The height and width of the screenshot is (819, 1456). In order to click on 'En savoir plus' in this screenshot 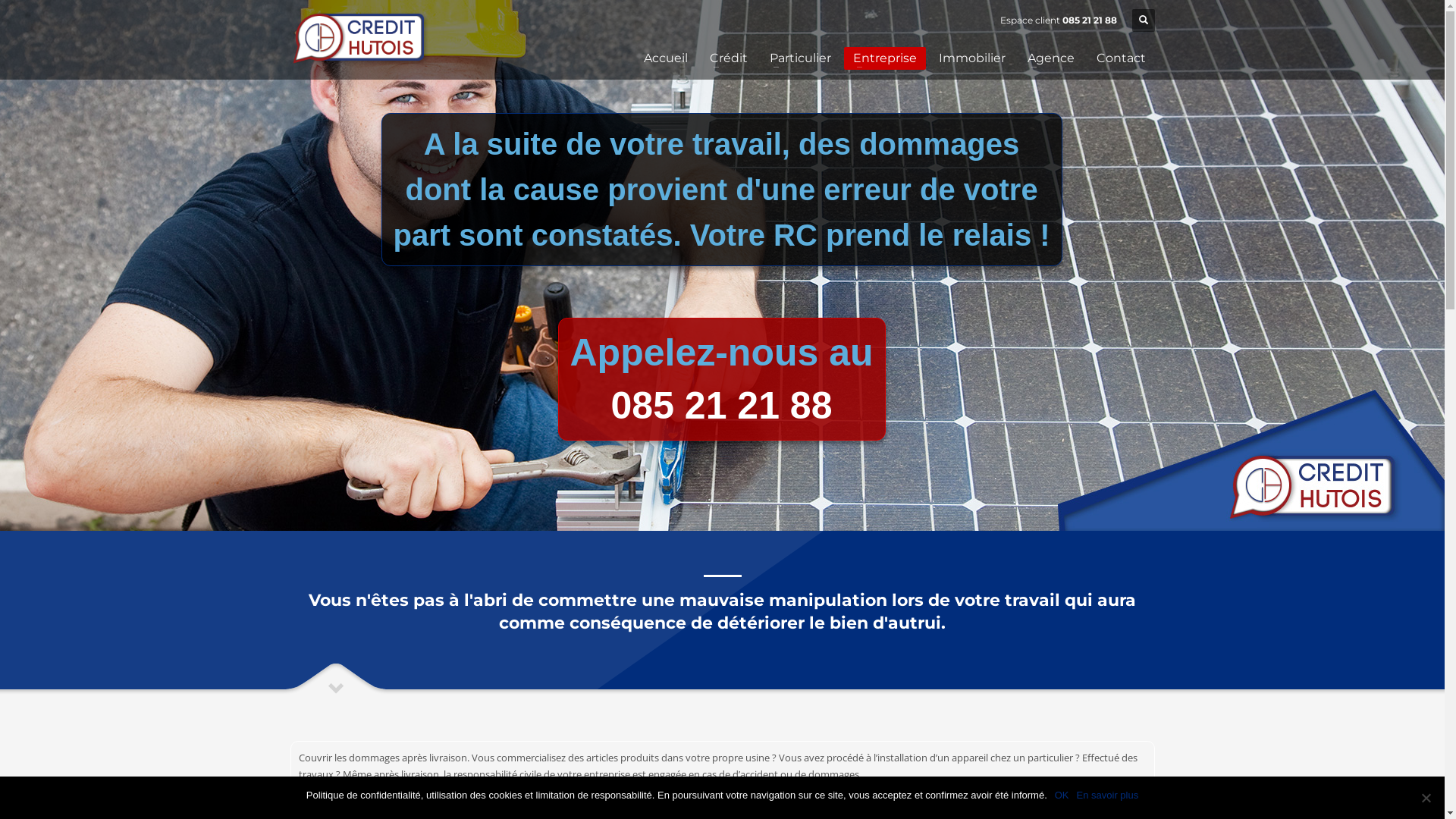, I will do `click(1107, 795)`.